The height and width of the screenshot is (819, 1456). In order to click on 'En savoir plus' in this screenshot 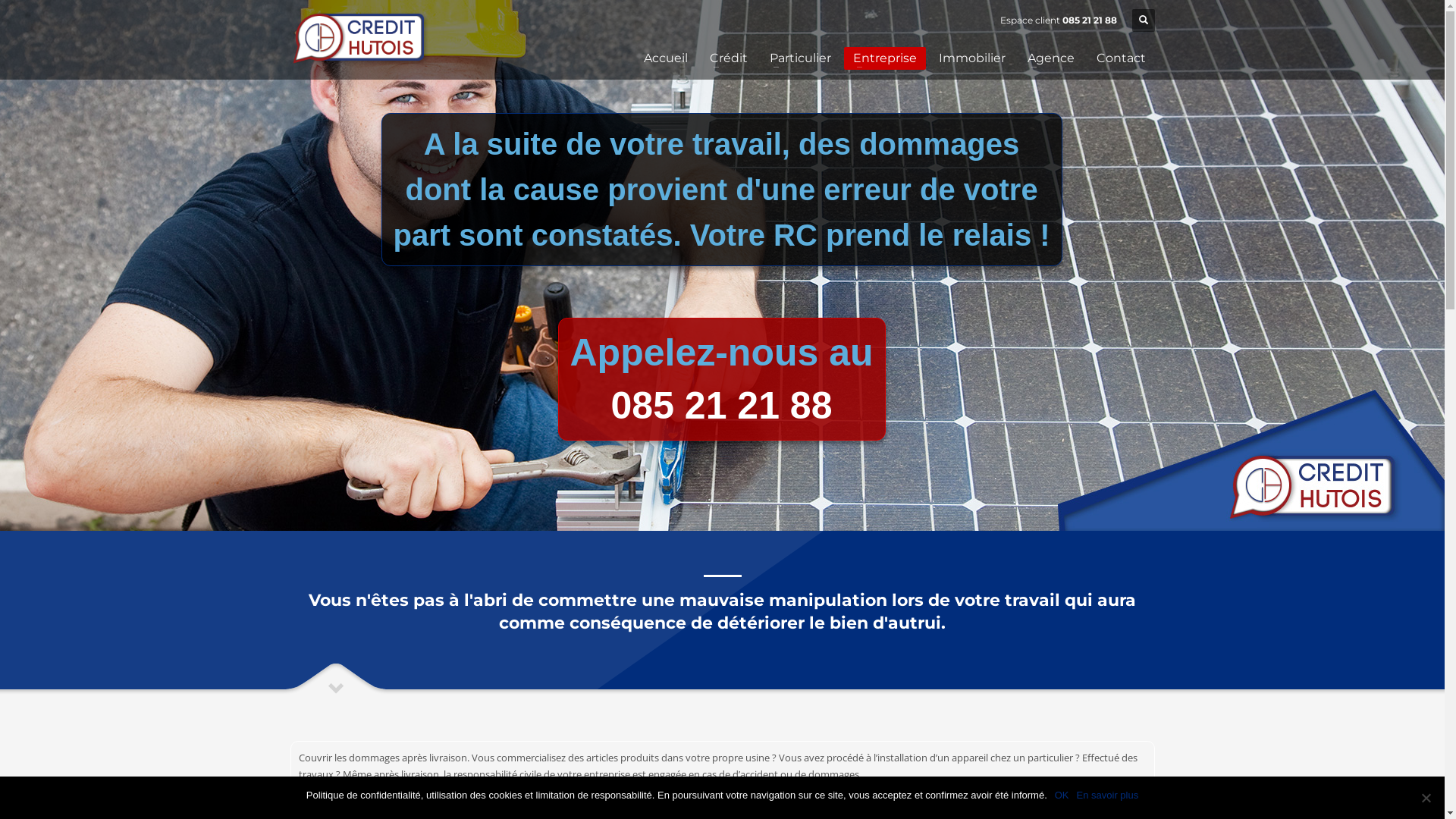, I will do `click(1107, 795)`.